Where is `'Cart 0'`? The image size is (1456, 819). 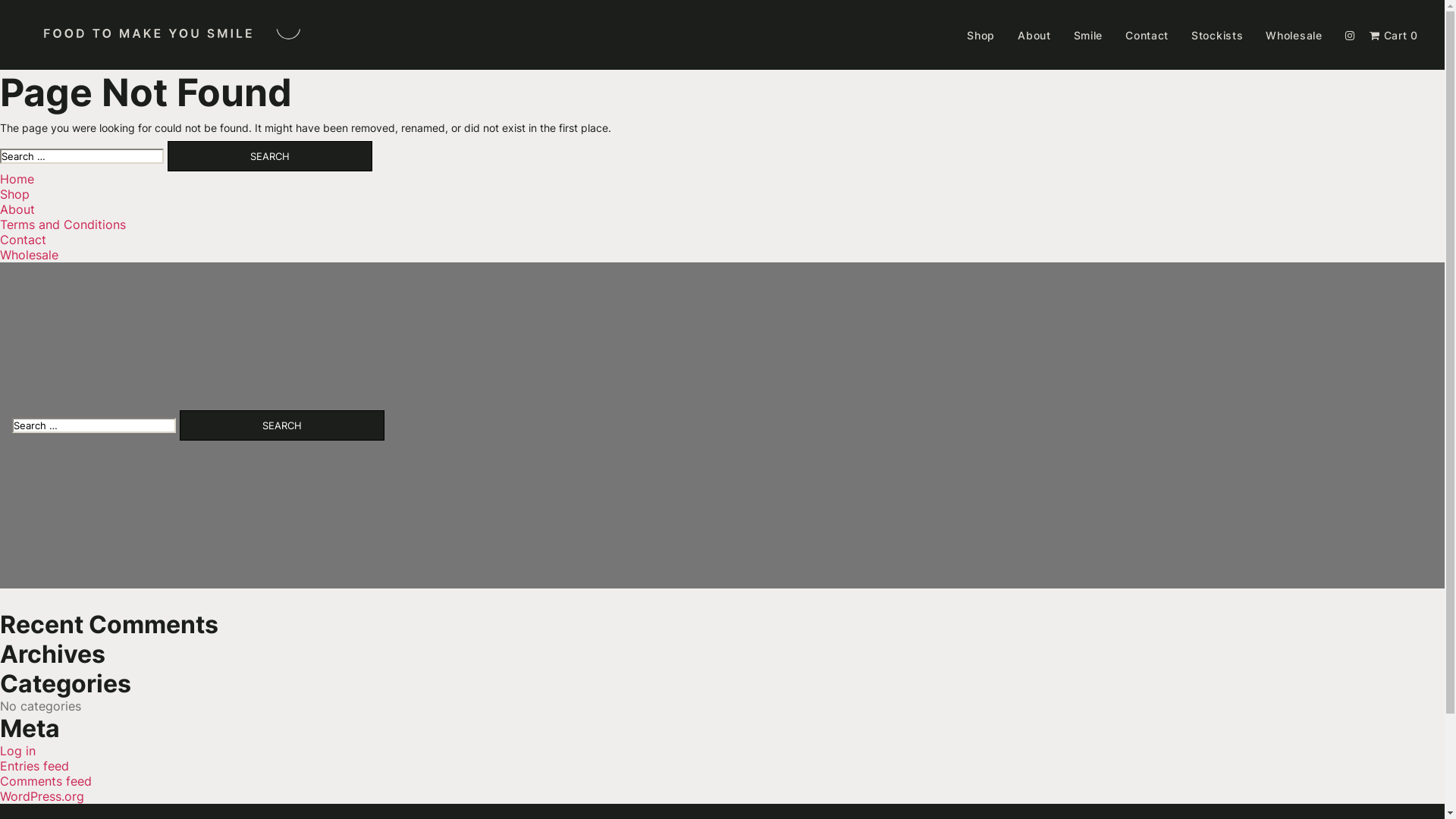
'Cart 0' is located at coordinates (1394, 34).